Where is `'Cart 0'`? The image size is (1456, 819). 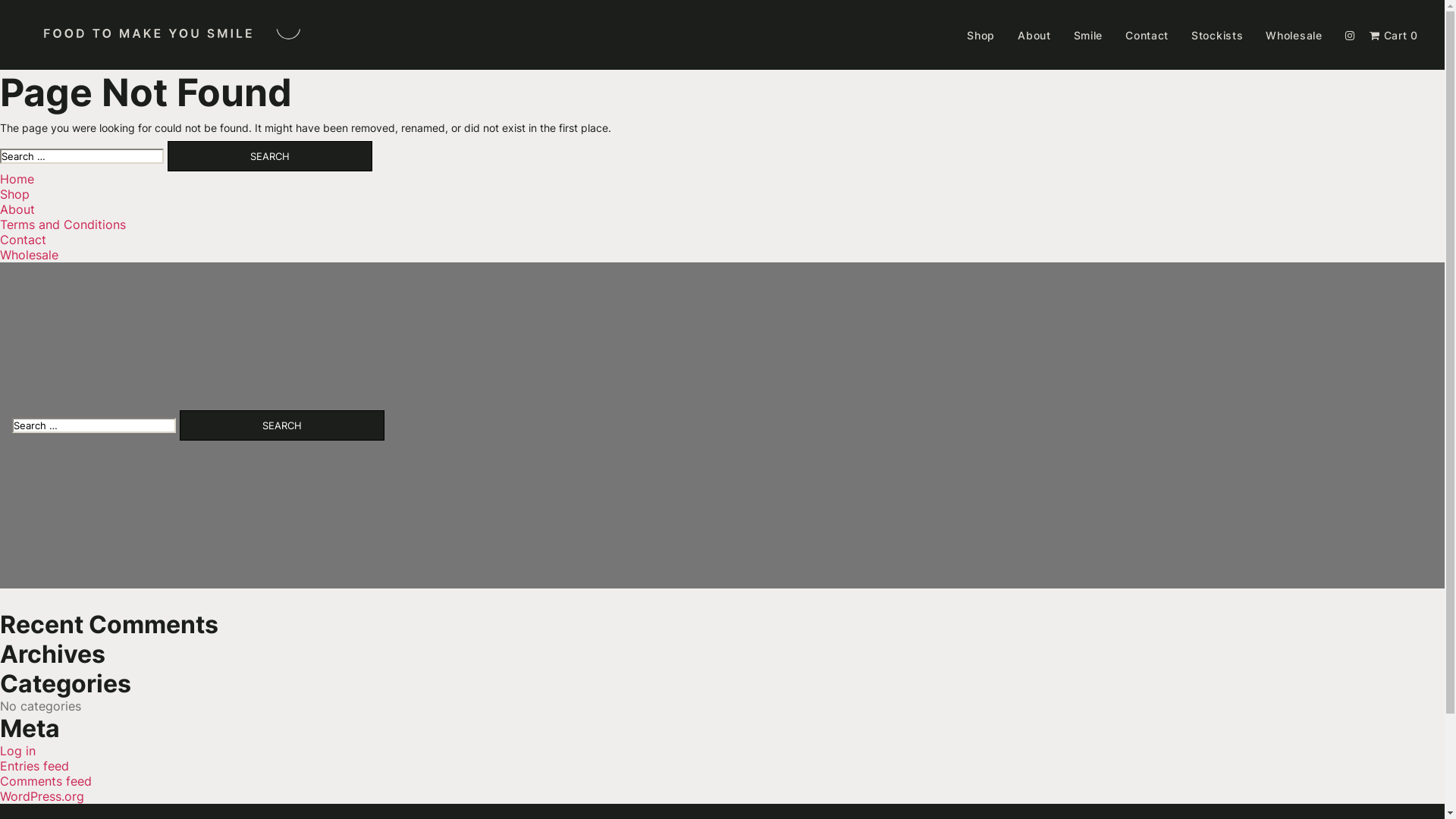
'Cart 0' is located at coordinates (1394, 34).